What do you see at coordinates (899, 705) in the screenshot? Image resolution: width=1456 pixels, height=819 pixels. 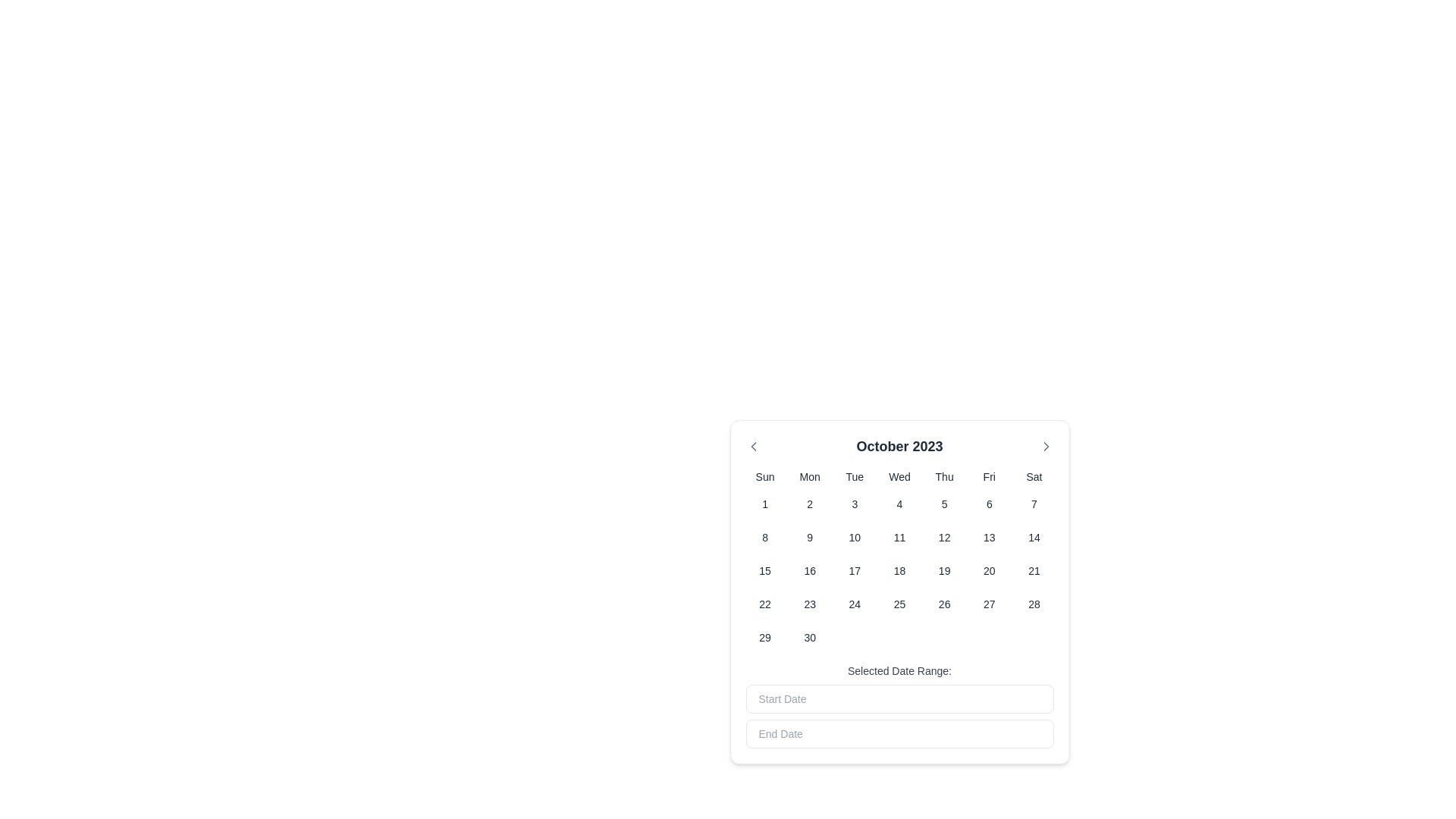 I see `the first input box of the 'Selected Date Range:' section located beneath the calendar in the lower section of the calendar widget` at bounding box center [899, 705].